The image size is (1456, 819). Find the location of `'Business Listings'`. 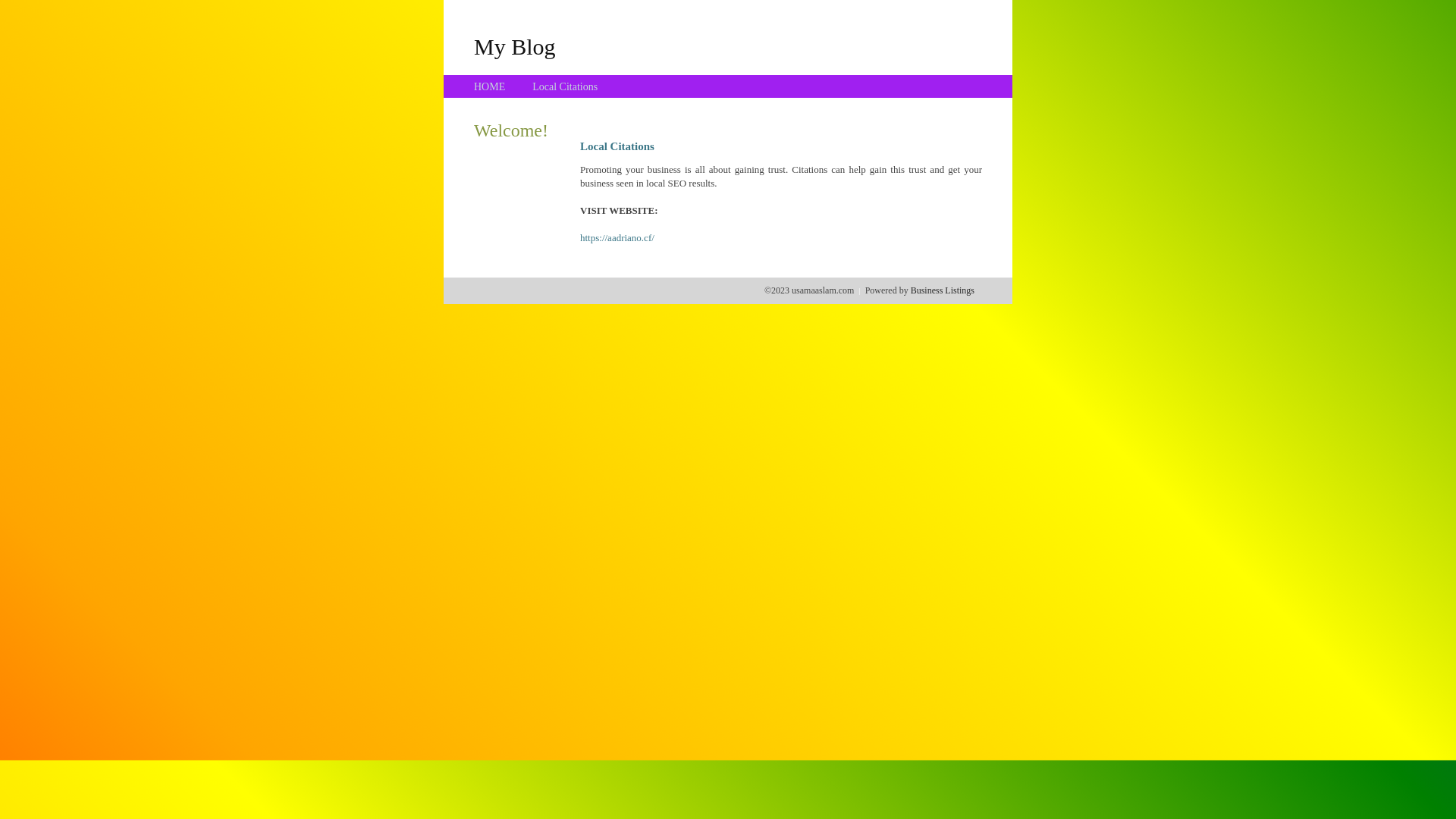

'Business Listings' is located at coordinates (942, 290).